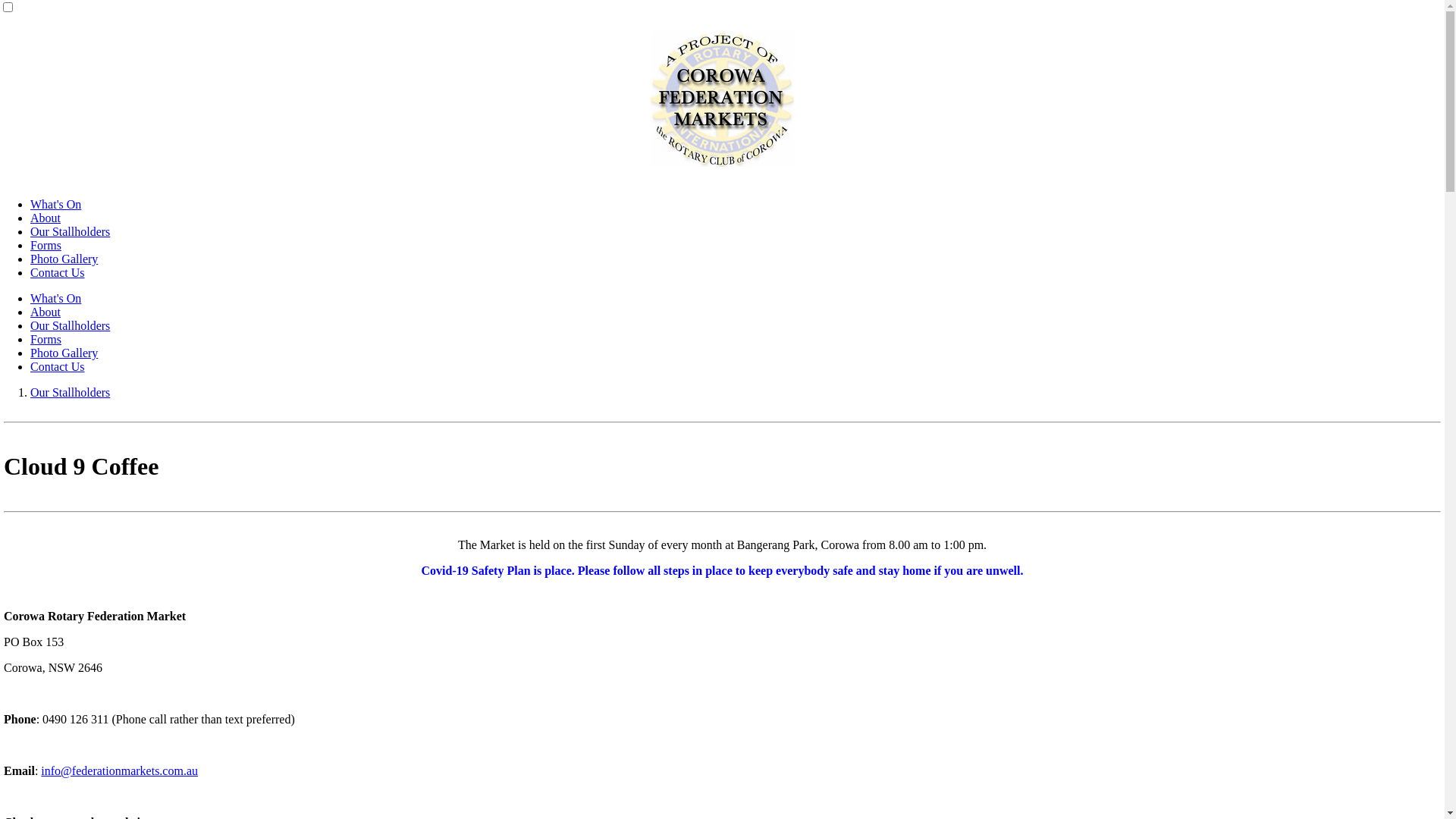 The height and width of the screenshot is (819, 1456). What do you see at coordinates (55, 298) in the screenshot?
I see `'What's On'` at bounding box center [55, 298].